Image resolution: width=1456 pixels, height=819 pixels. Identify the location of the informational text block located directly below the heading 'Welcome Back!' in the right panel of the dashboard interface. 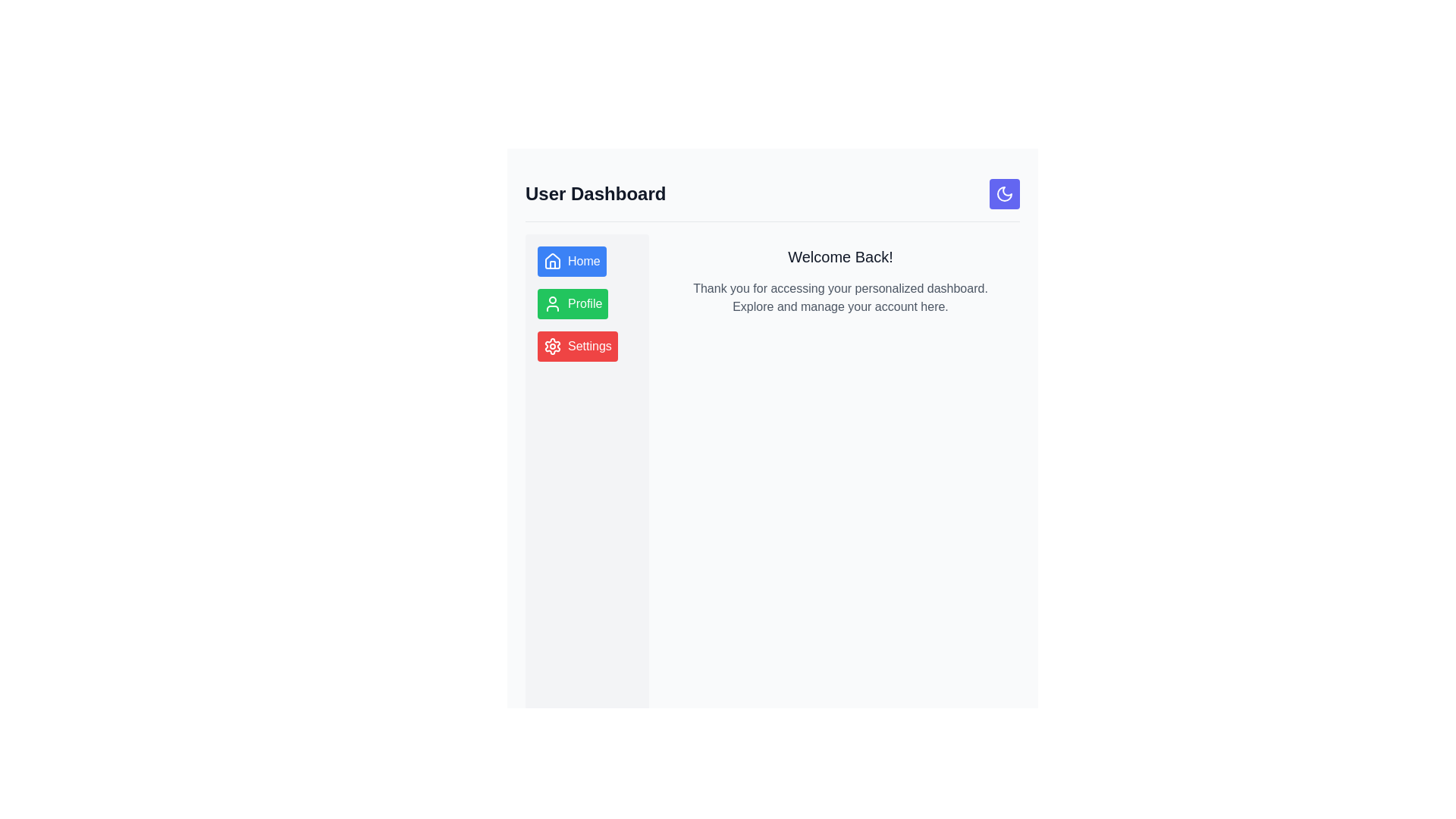
(839, 298).